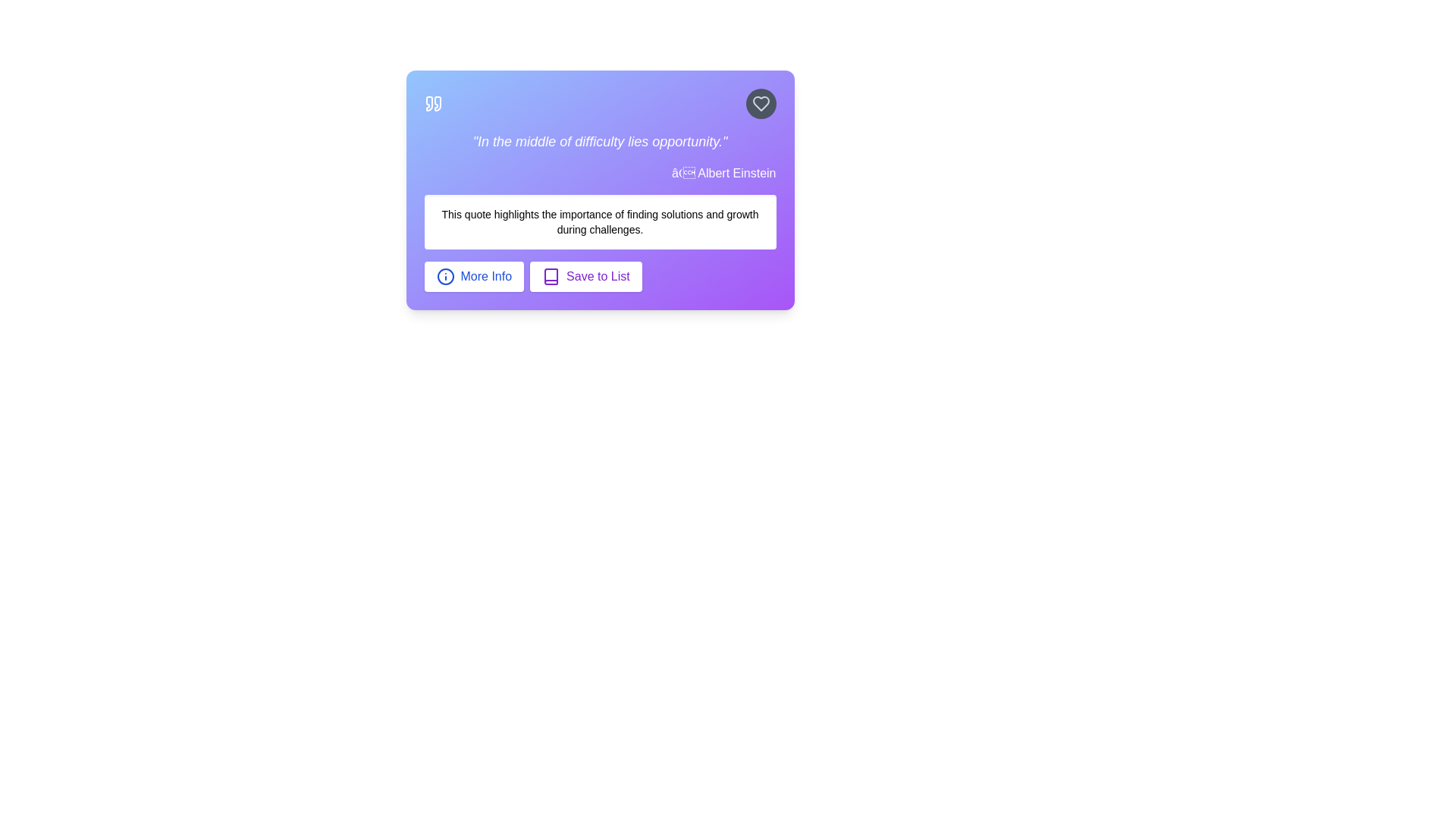 Image resolution: width=1456 pixels, height=819 pixels. Describe the element at coordinates (599, 141) in the screenshot. I see `the quote text that reads, '"In the middle of difficulty lies opportunity."' which is styled in italic and positioned centrally within its decorative card design` at that location.